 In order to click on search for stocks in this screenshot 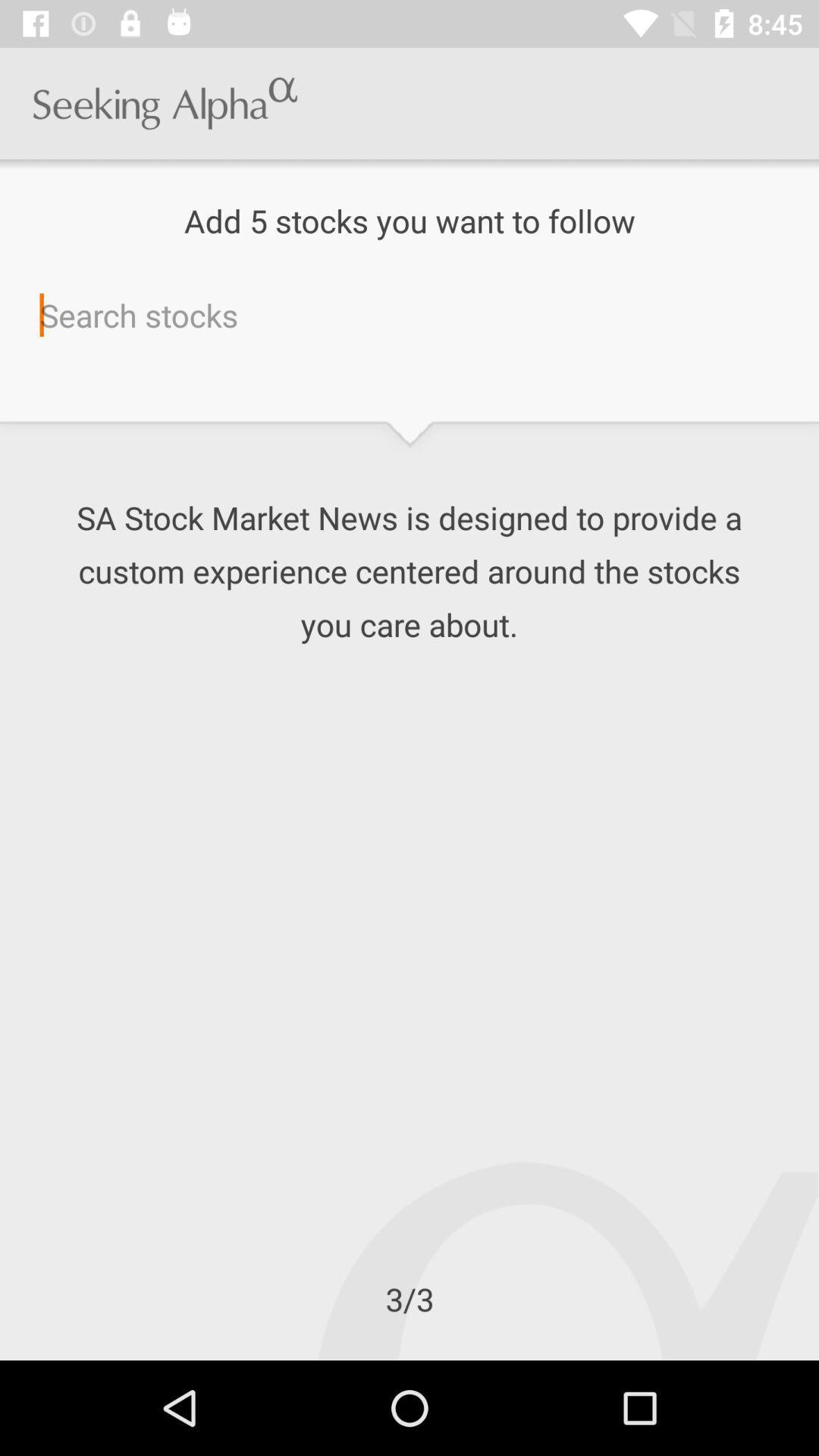, I will do `click(409, 314)`.